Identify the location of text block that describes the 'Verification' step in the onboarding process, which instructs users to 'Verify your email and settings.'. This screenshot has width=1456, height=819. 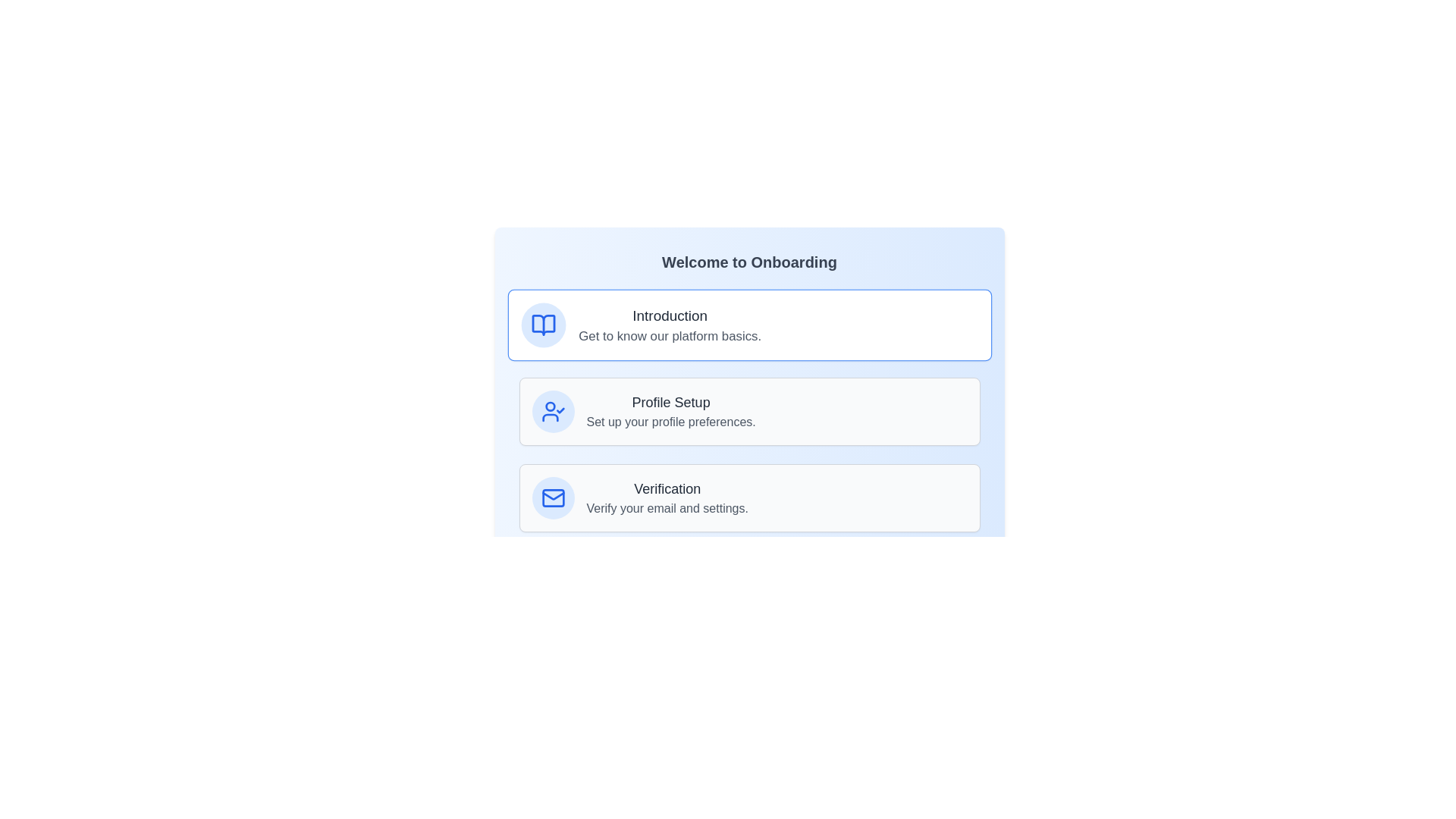
(667, 497).